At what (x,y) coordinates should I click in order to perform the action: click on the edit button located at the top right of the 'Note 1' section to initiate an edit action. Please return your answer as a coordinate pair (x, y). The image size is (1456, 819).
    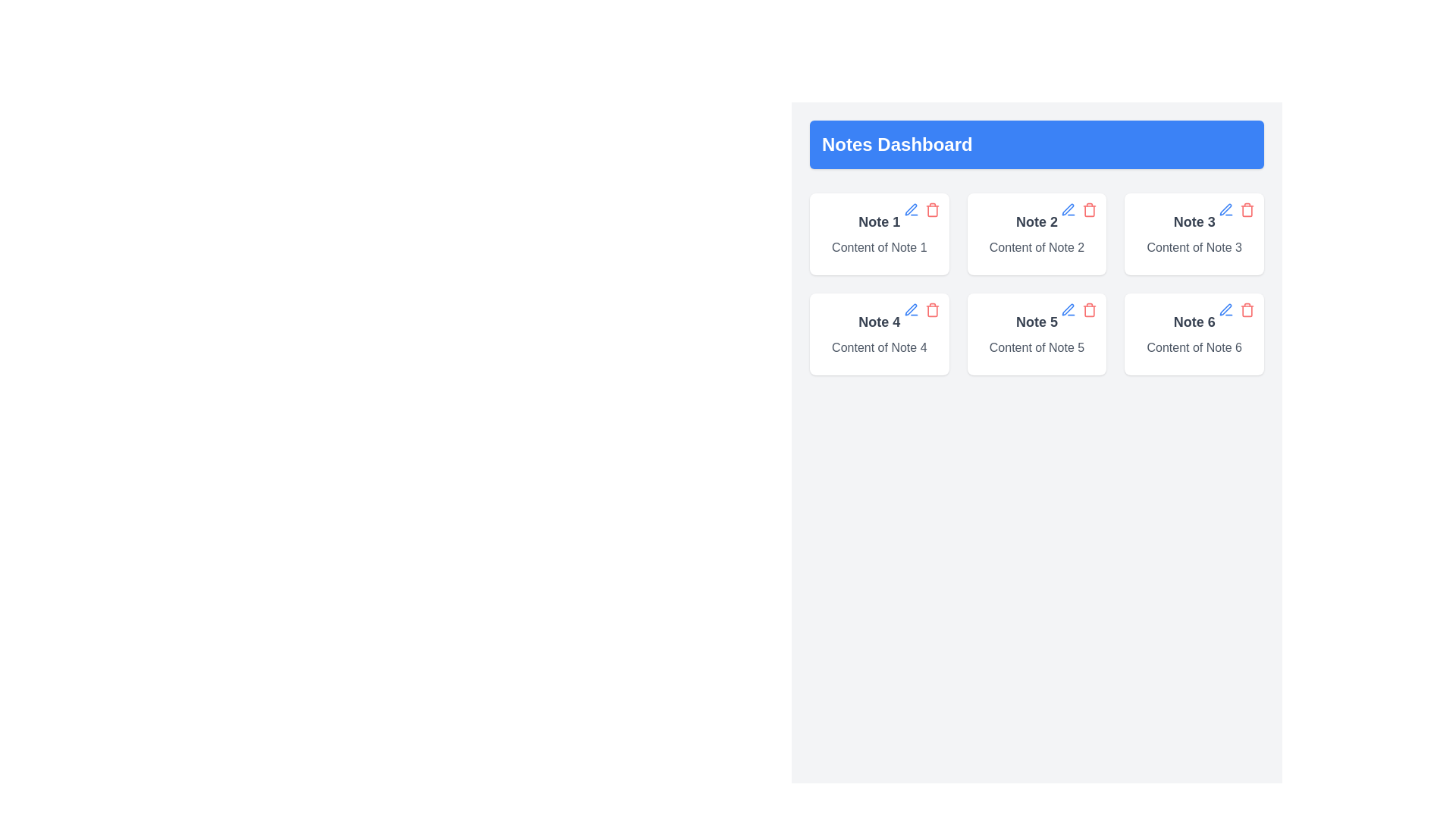
    Looking at the image, I should click on (910, 210).